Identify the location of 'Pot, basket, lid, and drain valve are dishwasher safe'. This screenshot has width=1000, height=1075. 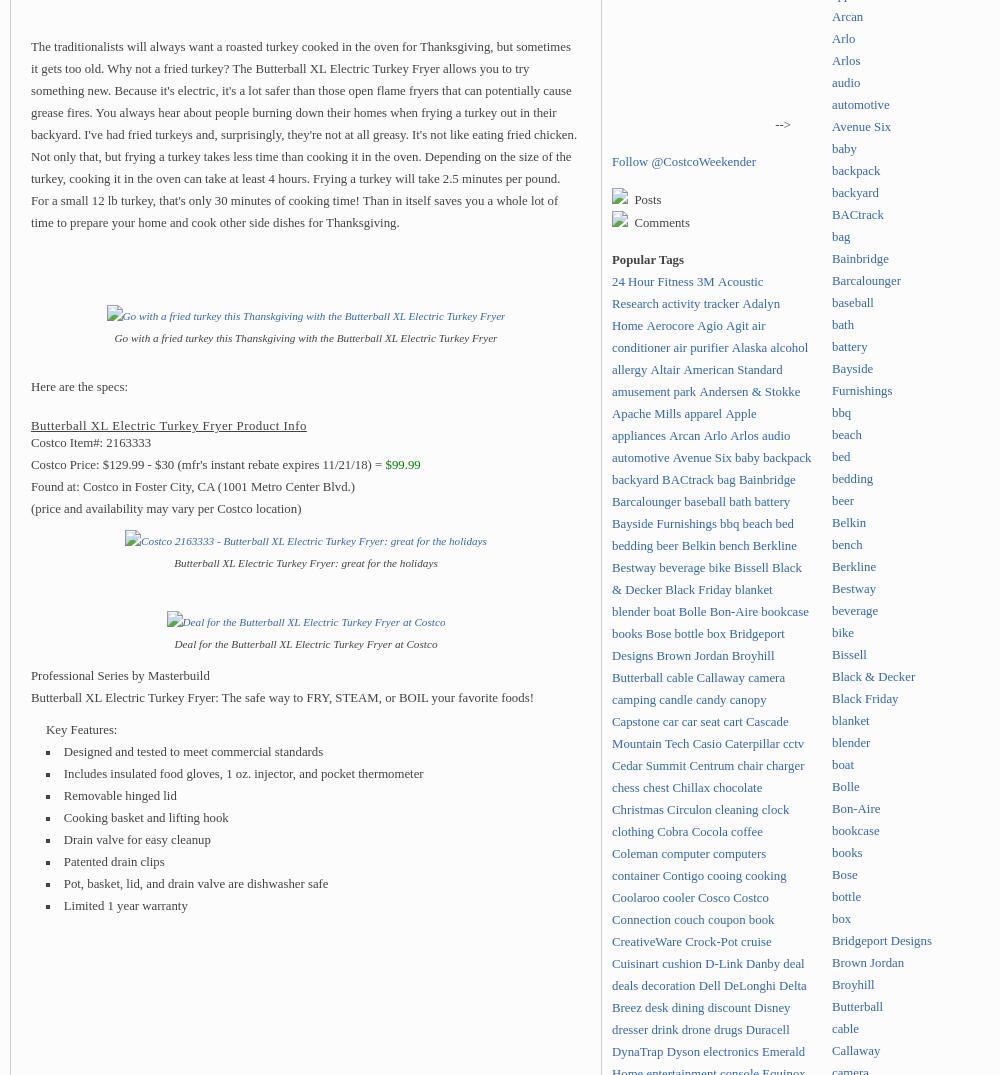
(62, 882).